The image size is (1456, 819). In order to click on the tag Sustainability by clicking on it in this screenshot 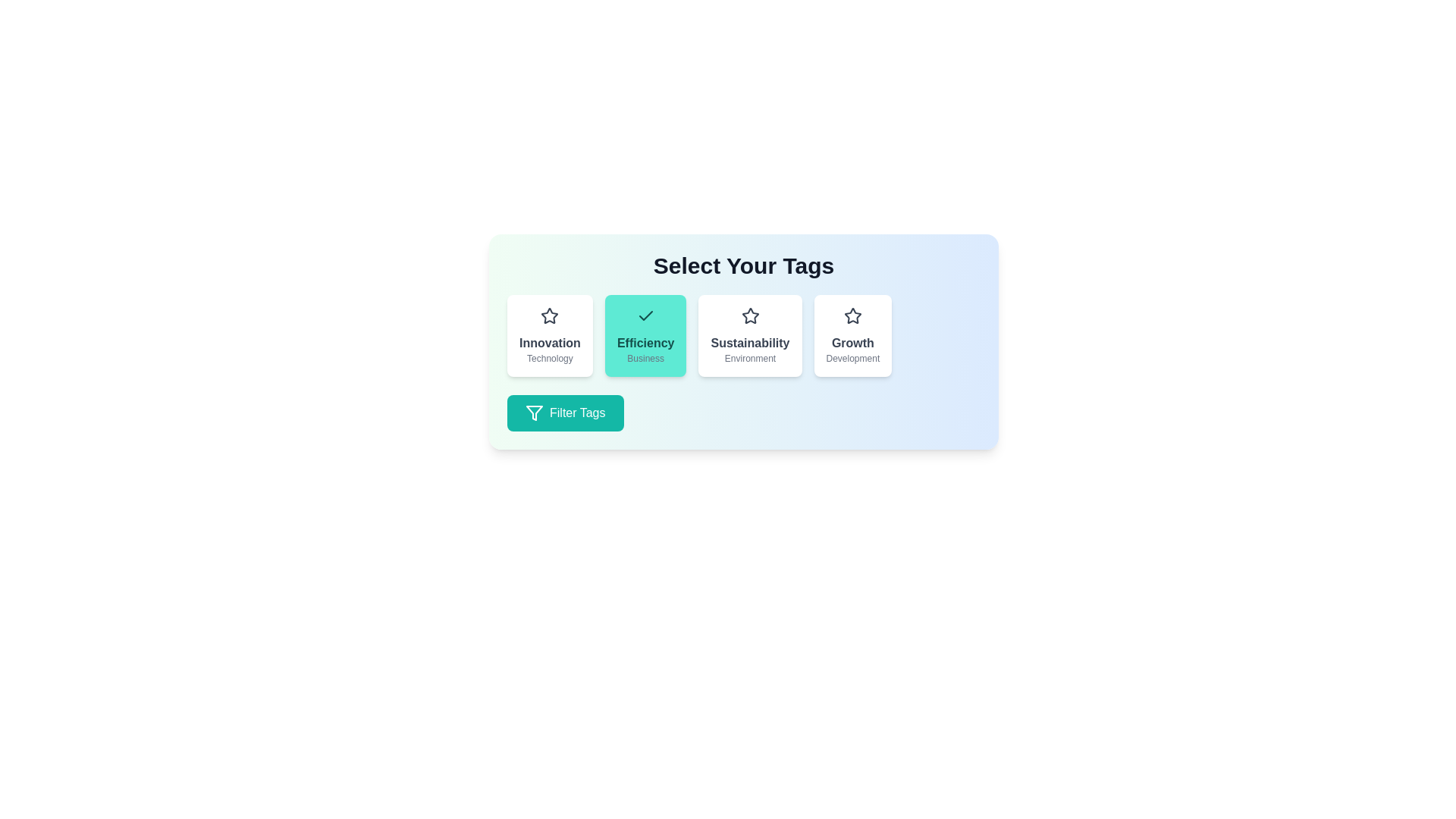, I will do `click(750, 335)`.